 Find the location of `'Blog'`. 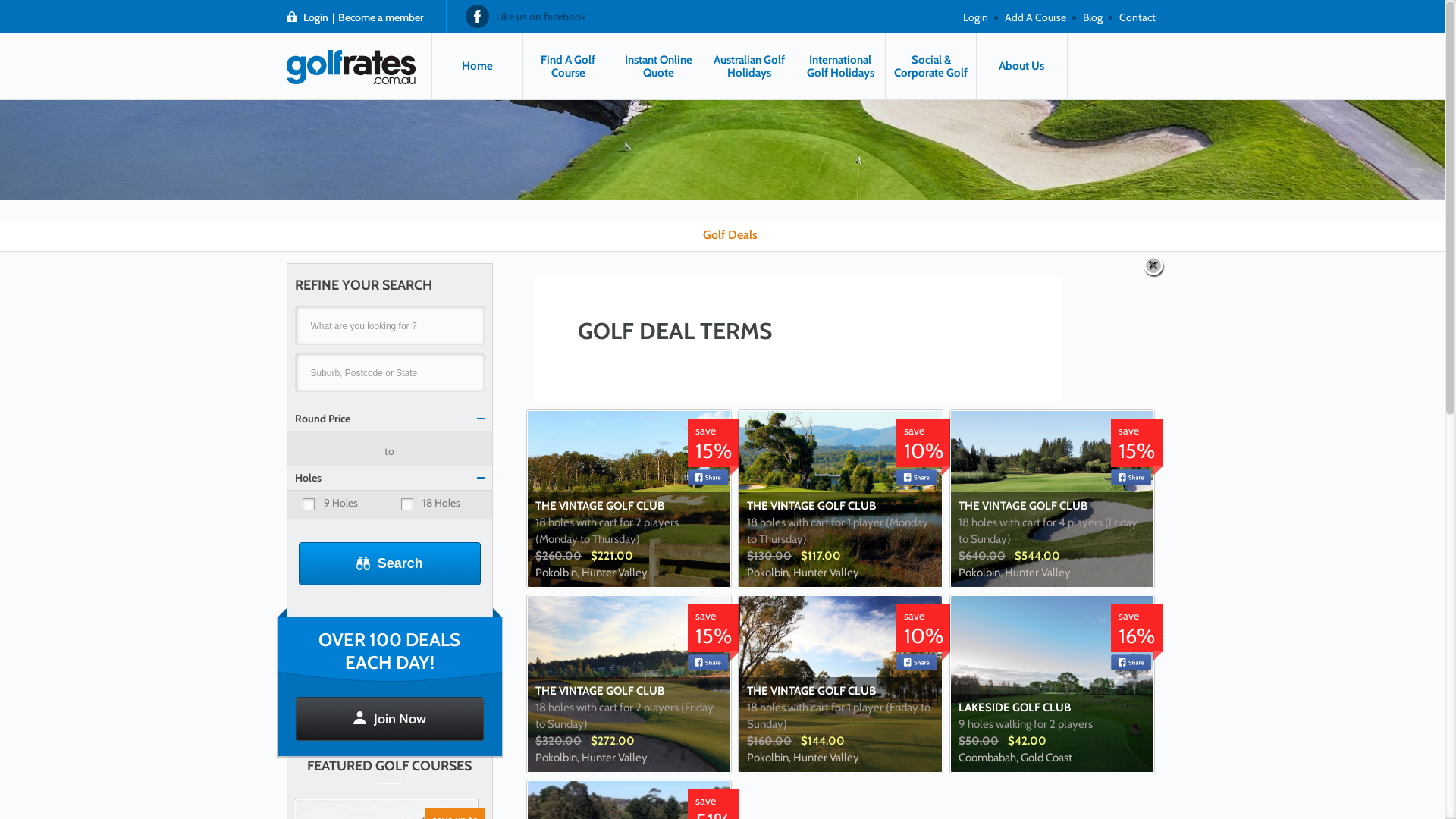

'Blog' is located at coordinates (1092, 15).